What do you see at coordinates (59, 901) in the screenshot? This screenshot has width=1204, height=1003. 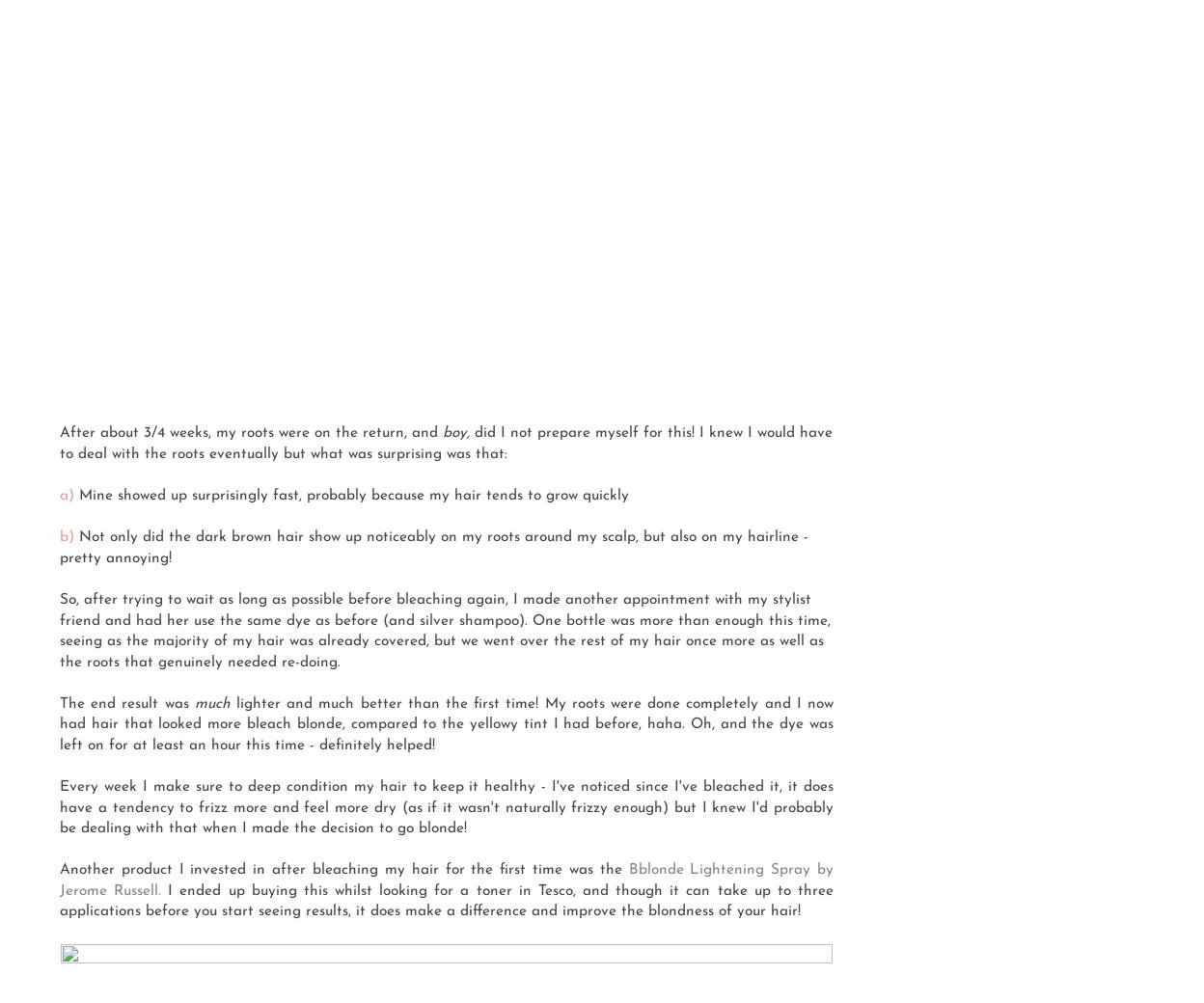 I see `'I ended up buying this whilst looking for a toner in Tesco, and though it can take up to three applications before you start seeing results, it does make a difference and improve the blondness of your hair!'` at bounding box center [59, 901].